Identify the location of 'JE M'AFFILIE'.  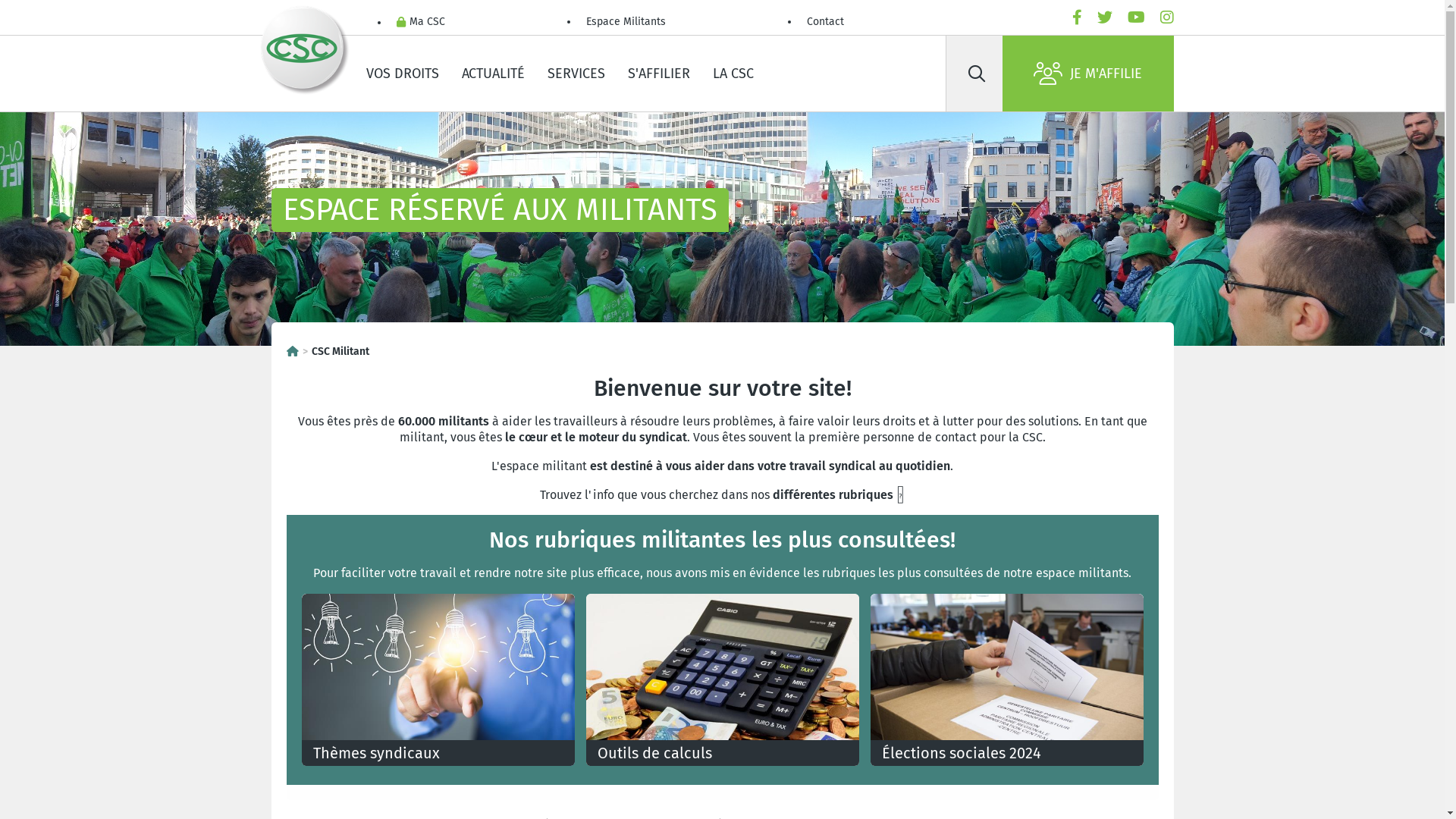
(1087, 73).